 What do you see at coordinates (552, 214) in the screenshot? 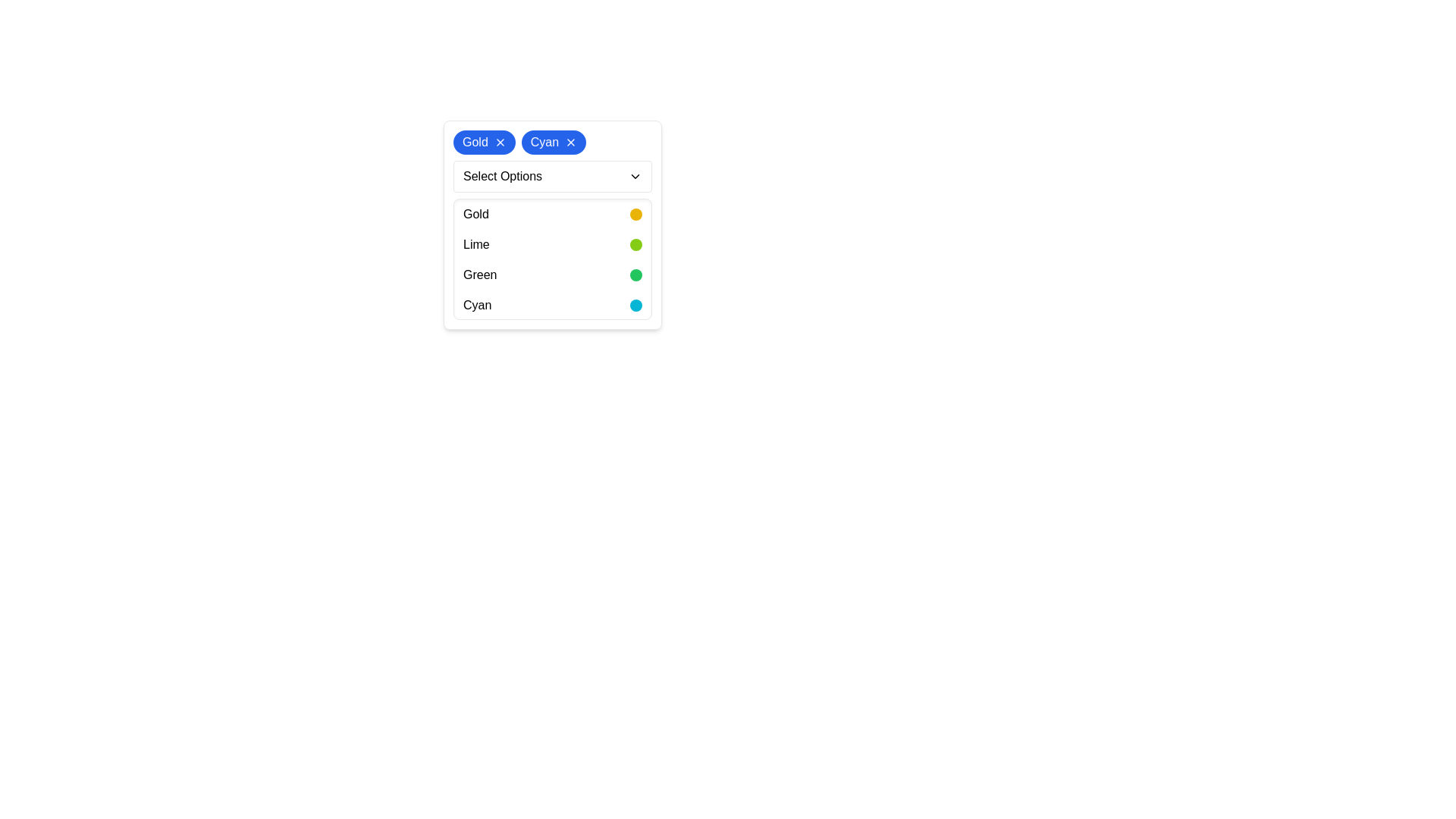
I see `the first item in the dropdown list named 'Gold' by pressing or tapping on it` at bounding box center [552, 214].